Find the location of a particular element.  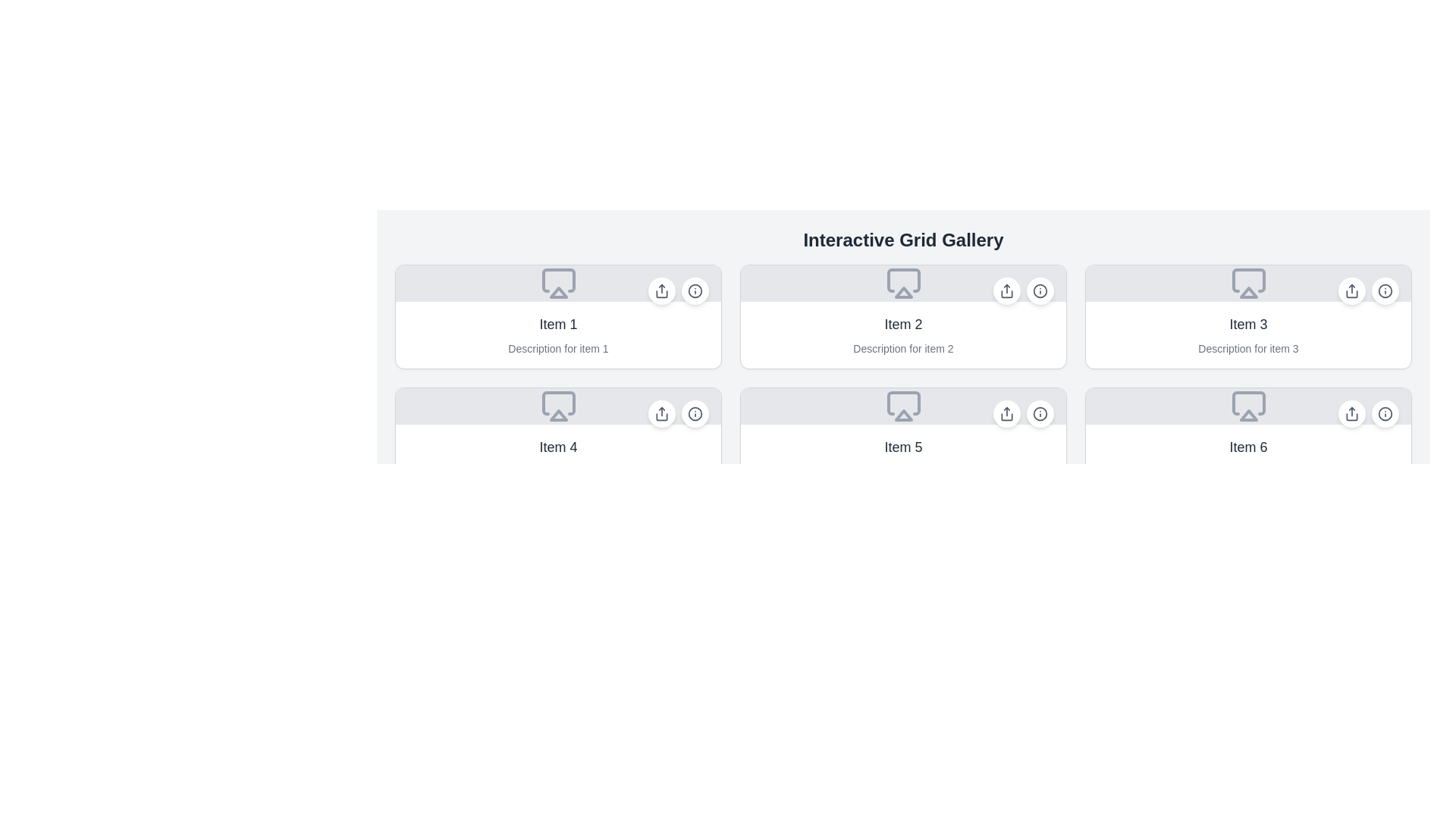

the sharing button located at the top-right corner of 'Item 6' card to trigger visual feedback is located at coordinates (1351, 414).